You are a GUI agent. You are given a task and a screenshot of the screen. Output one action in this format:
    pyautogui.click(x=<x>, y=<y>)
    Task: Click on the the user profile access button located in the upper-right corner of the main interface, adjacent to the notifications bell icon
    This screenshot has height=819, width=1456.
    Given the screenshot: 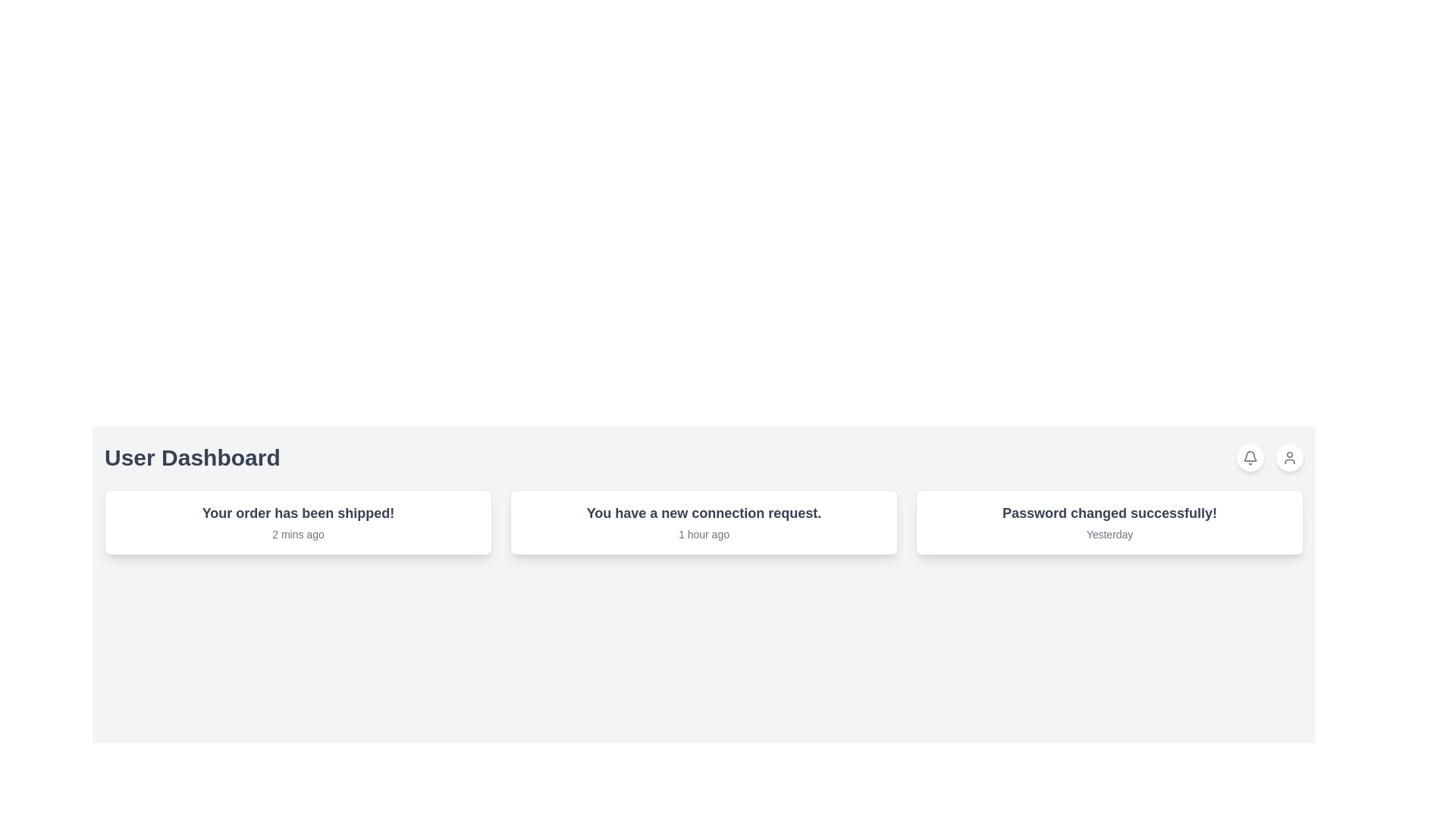 What is the action you would take?
    pyautogui.click(x=1288, y=457)
    